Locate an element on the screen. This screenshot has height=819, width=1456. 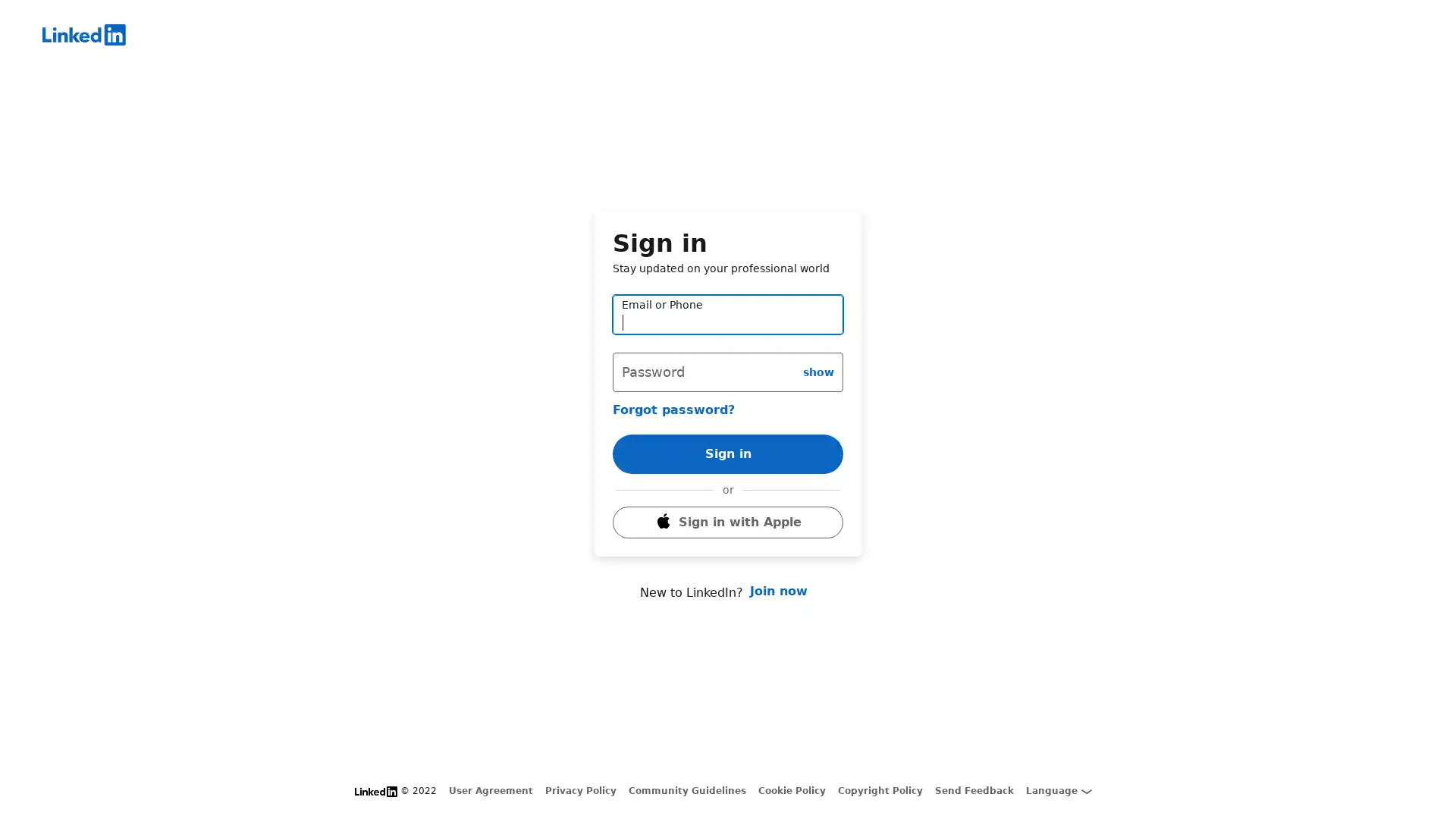
Sign in is located at coordinates (728, 432).